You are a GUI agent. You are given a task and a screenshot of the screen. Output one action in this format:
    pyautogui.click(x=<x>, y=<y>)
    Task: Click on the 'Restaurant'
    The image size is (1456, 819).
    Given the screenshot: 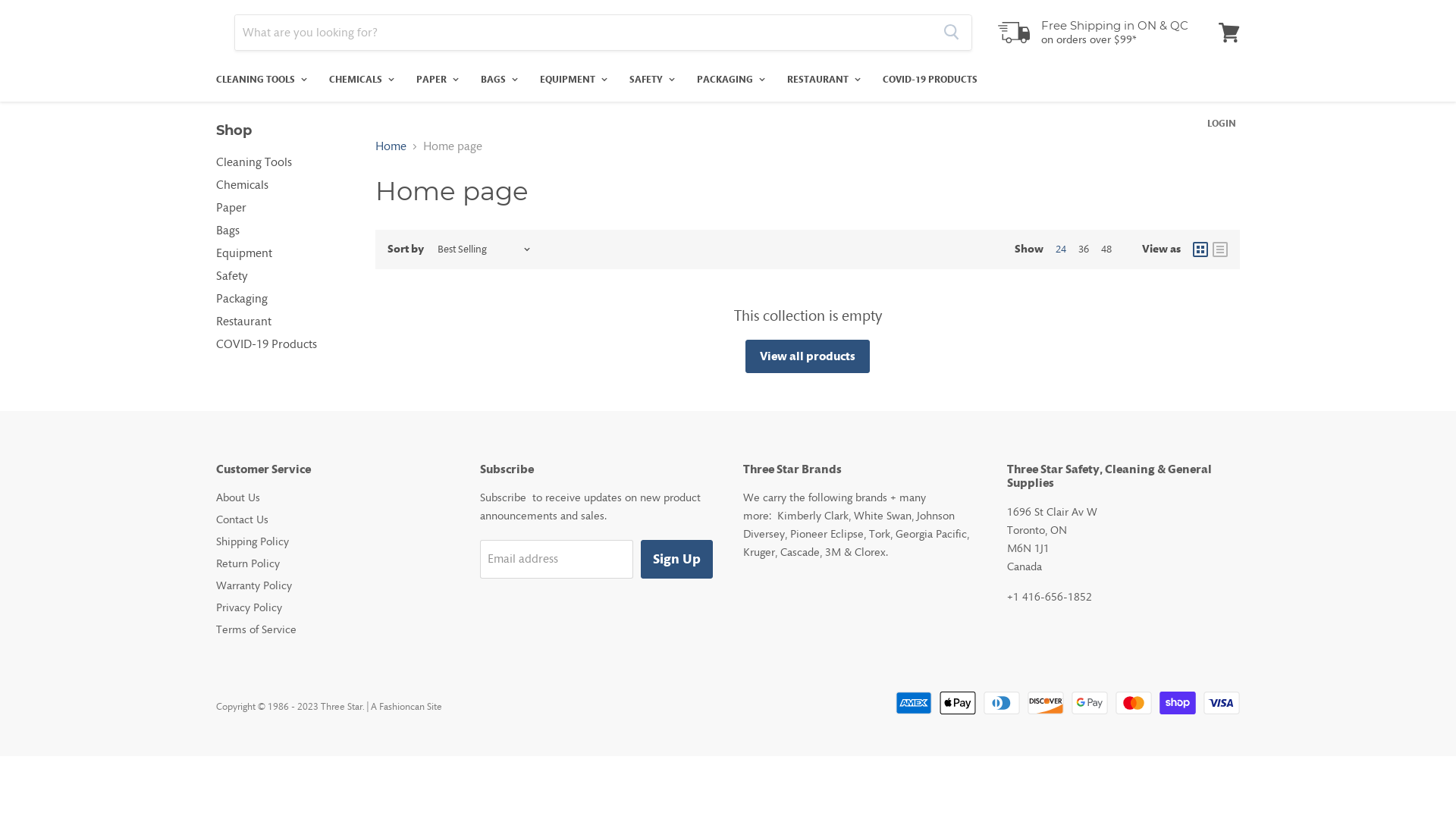 What is the action you would take?
    pyautogui.click(x=215, y=320)
    